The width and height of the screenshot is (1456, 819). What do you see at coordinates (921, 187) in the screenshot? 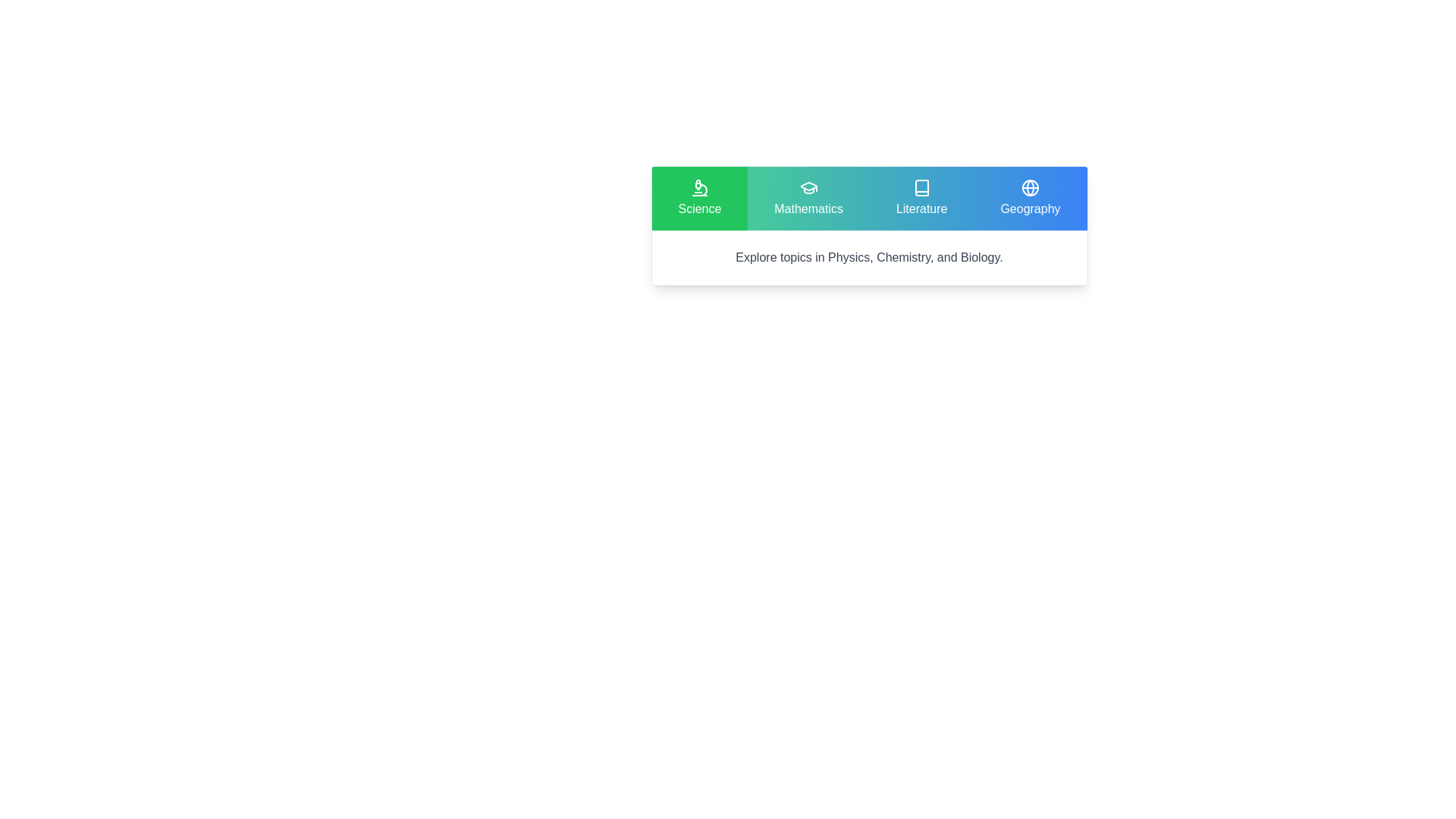
I see `the literature icon located in the third section of the navigation bar, which visually represents the concept of literature` at bounding box center [921, 187].